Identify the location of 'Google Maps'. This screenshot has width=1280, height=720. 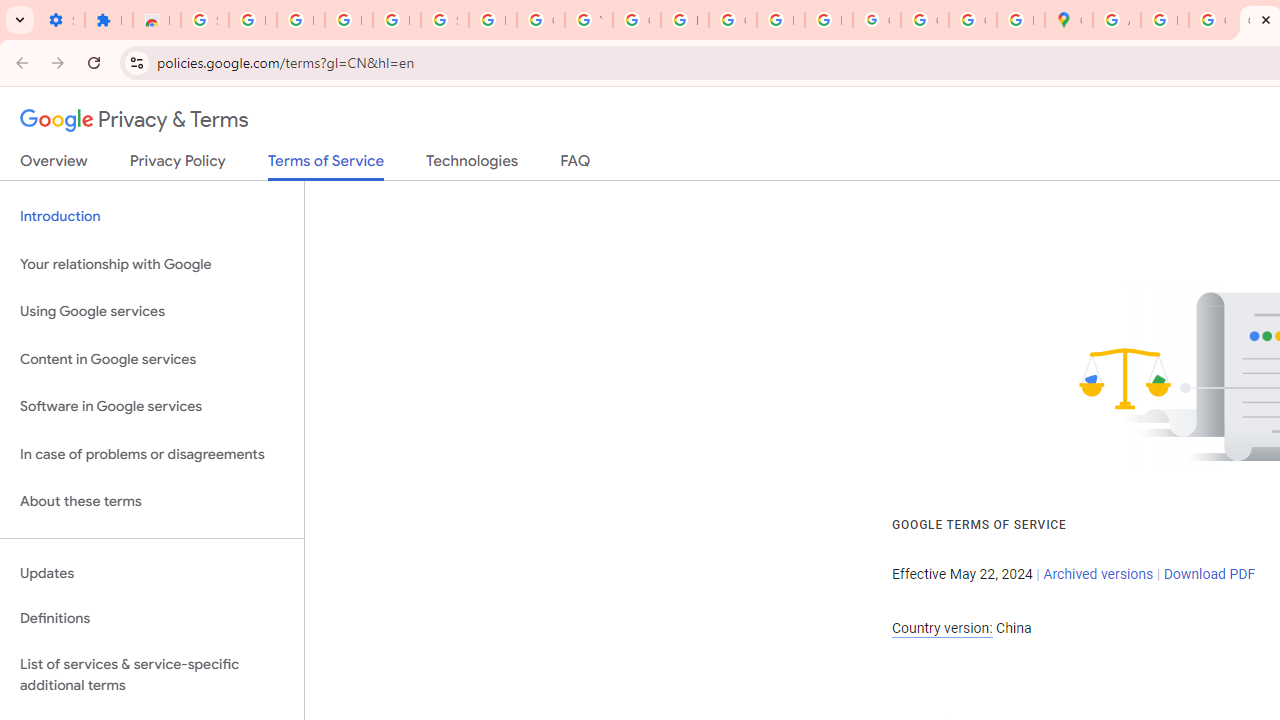
(1067, 20).